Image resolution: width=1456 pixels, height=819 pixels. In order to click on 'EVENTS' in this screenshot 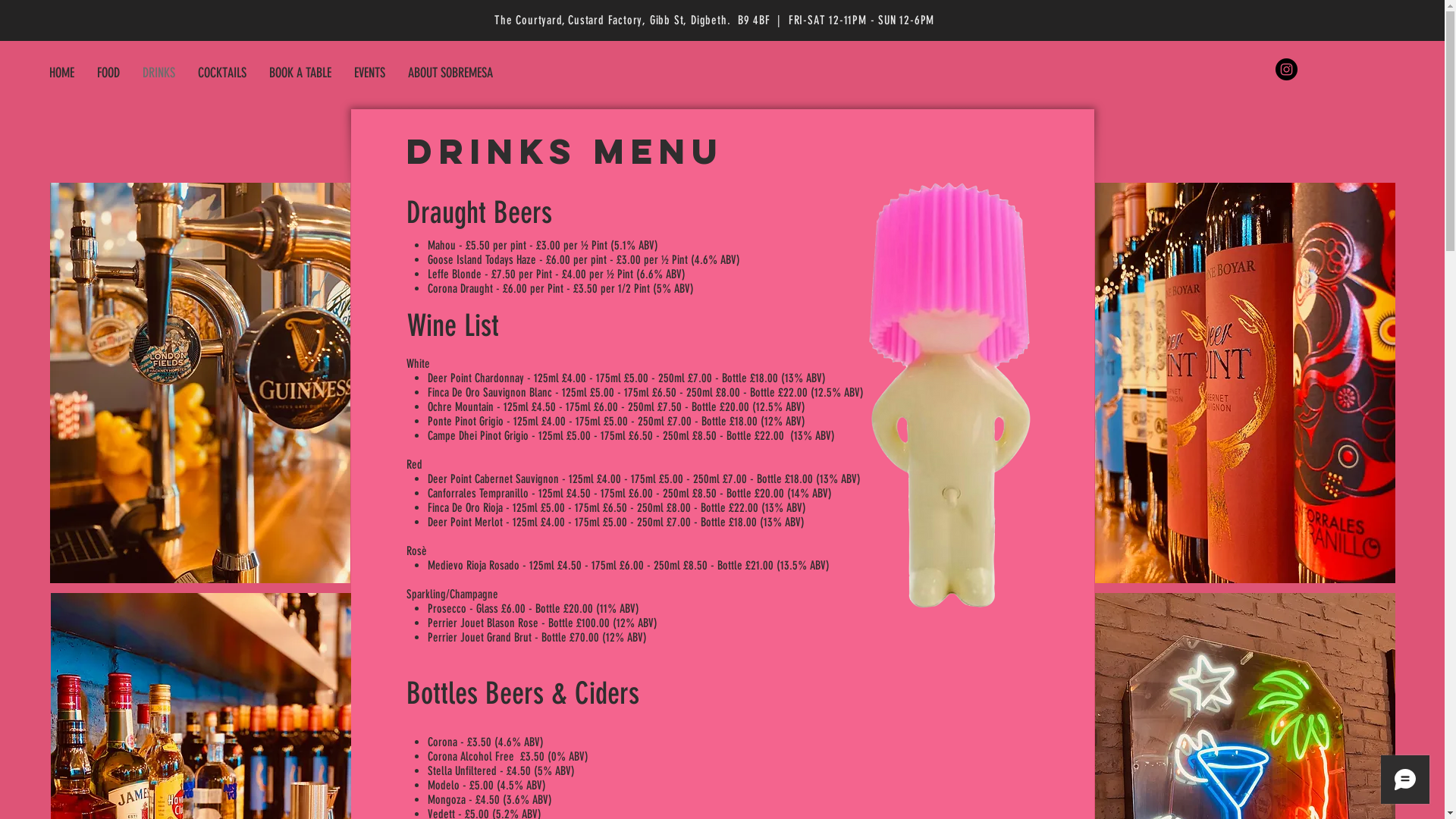, I will do `click(369, 73)`.